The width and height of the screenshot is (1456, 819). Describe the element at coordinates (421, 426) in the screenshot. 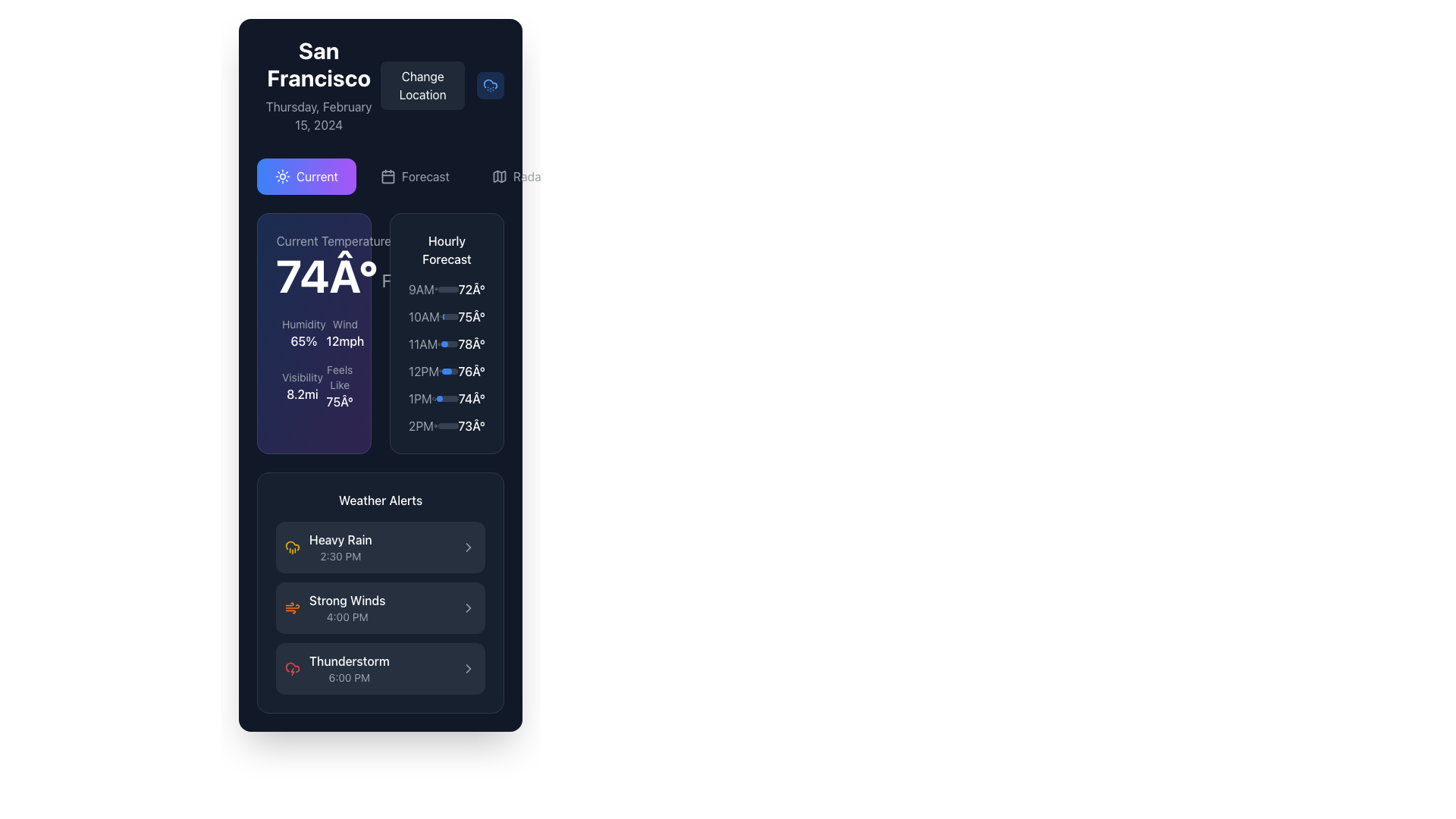

I see `the '2PM' text label in the hourly weather forecast section by moving the cursor to its center point` at that location.